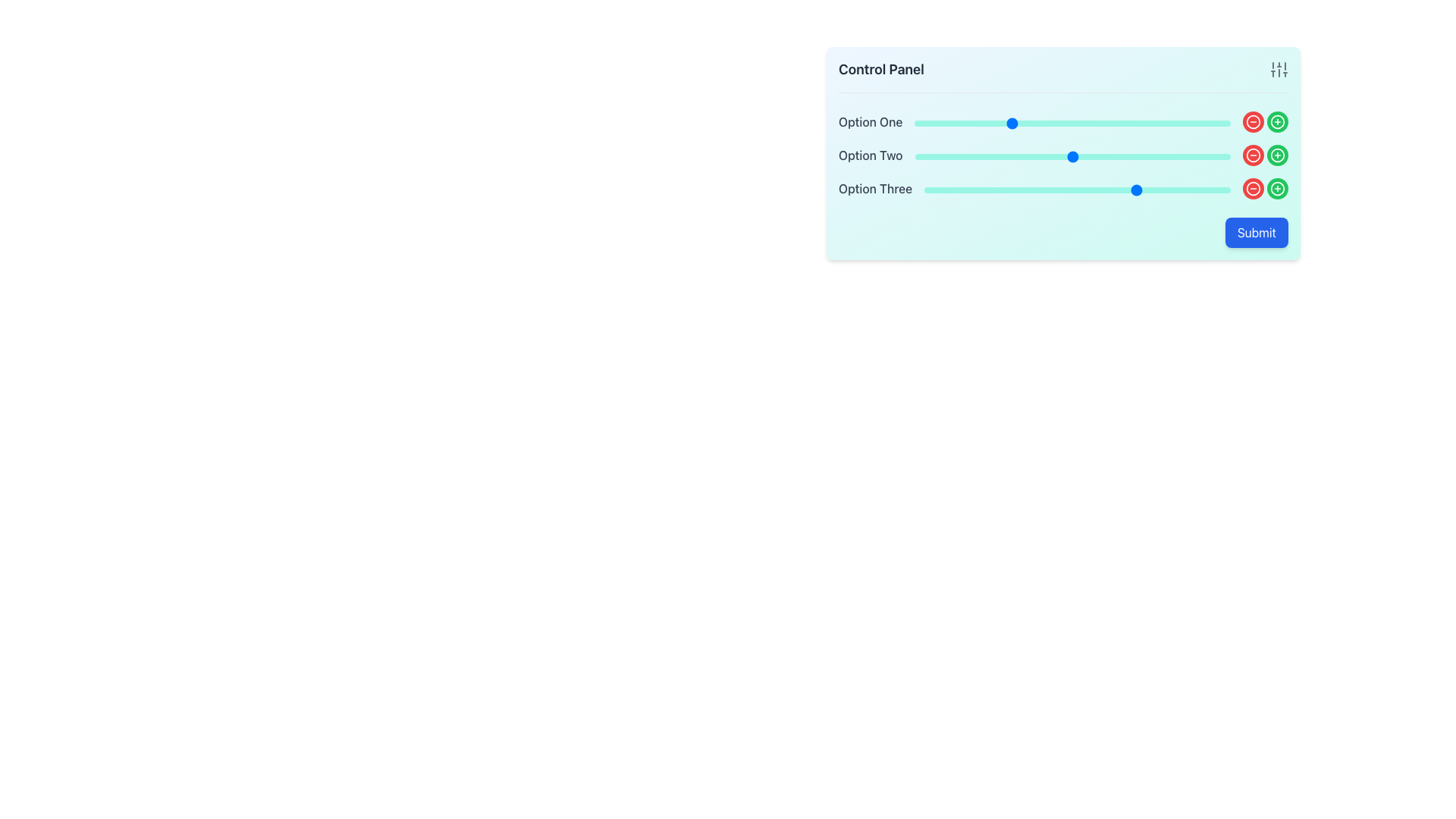 This screenshot has height=819, width=1456. Describe the element at coordinates (1169, 189) in the screenshot. I see `the slider for 'Option Three'` at that location.